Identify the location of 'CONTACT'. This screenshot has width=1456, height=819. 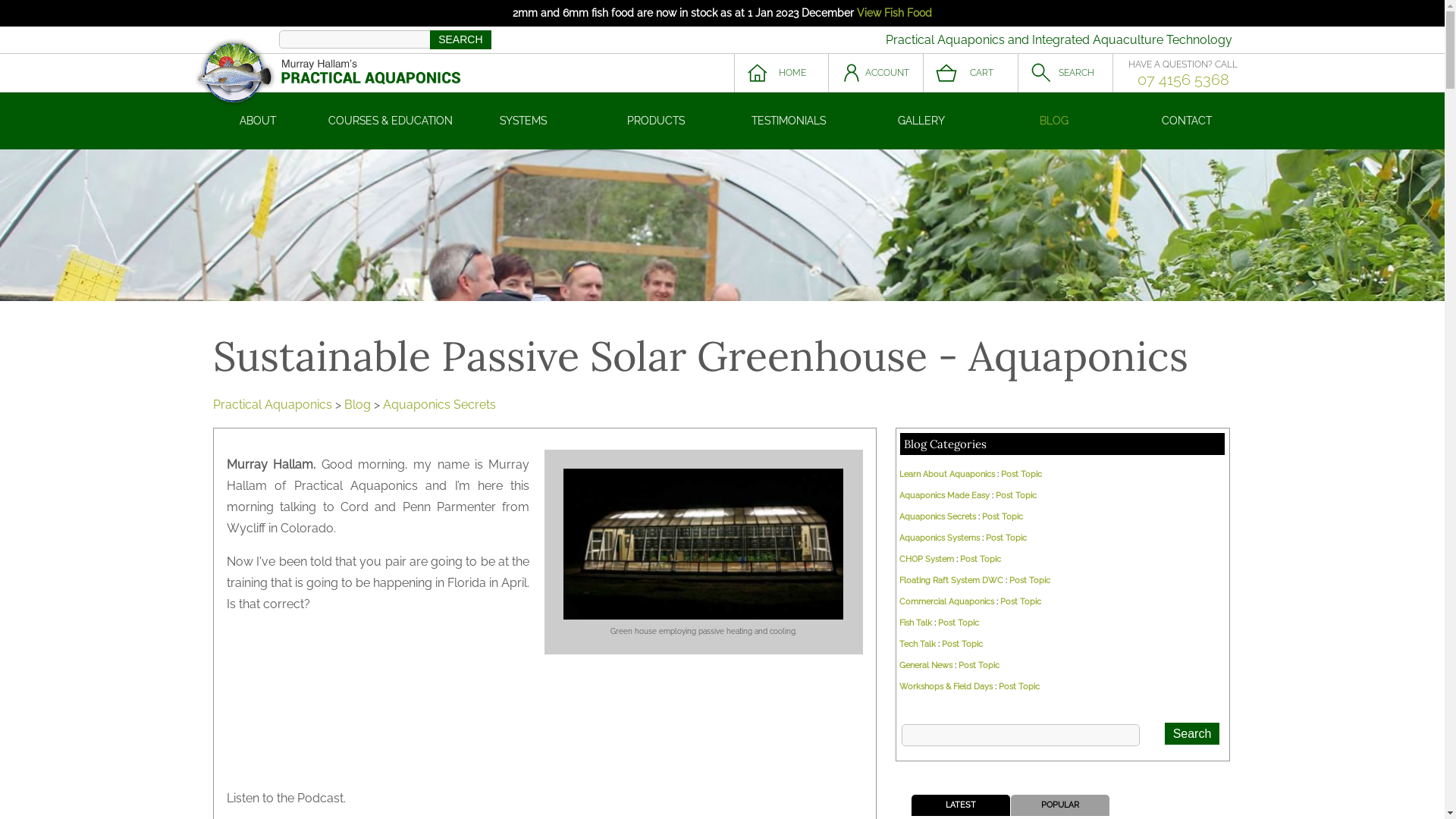
(1186, 120).